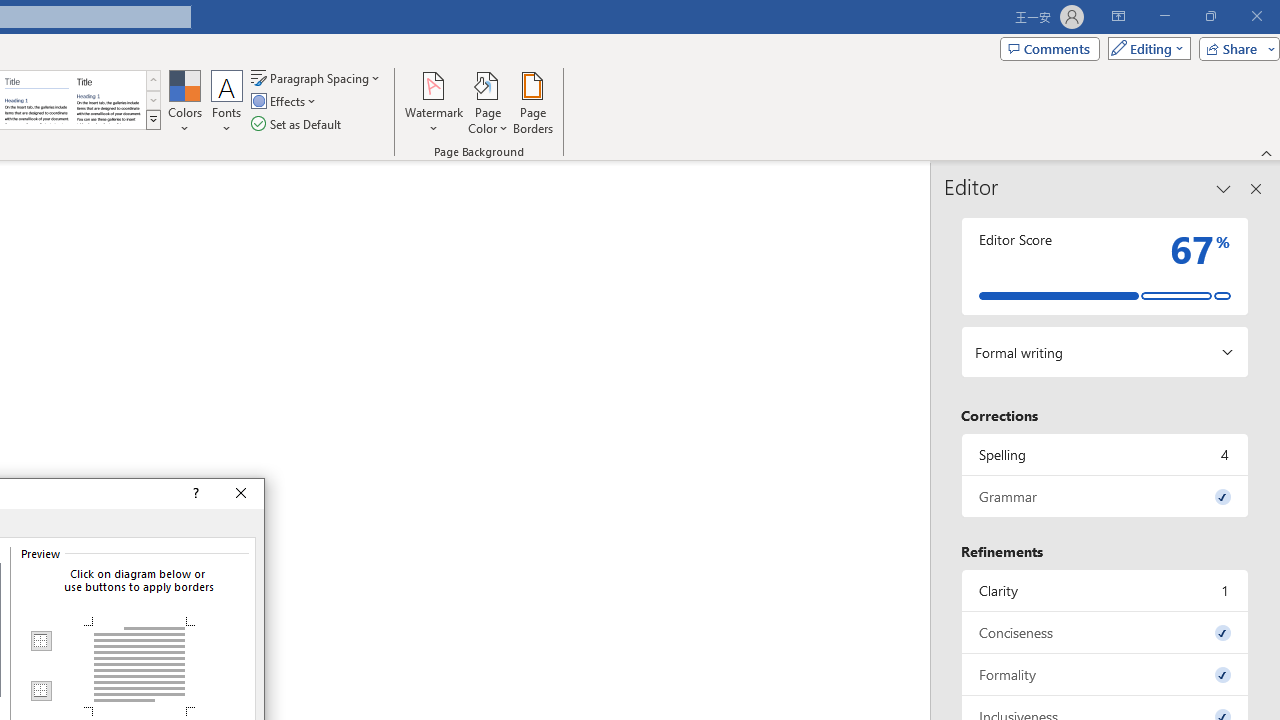 The image size is (1280, 720). What do you see at coordinates (227, 103) in the screenshot?
I see `'Fonts'` at bounding box center [227, 103].